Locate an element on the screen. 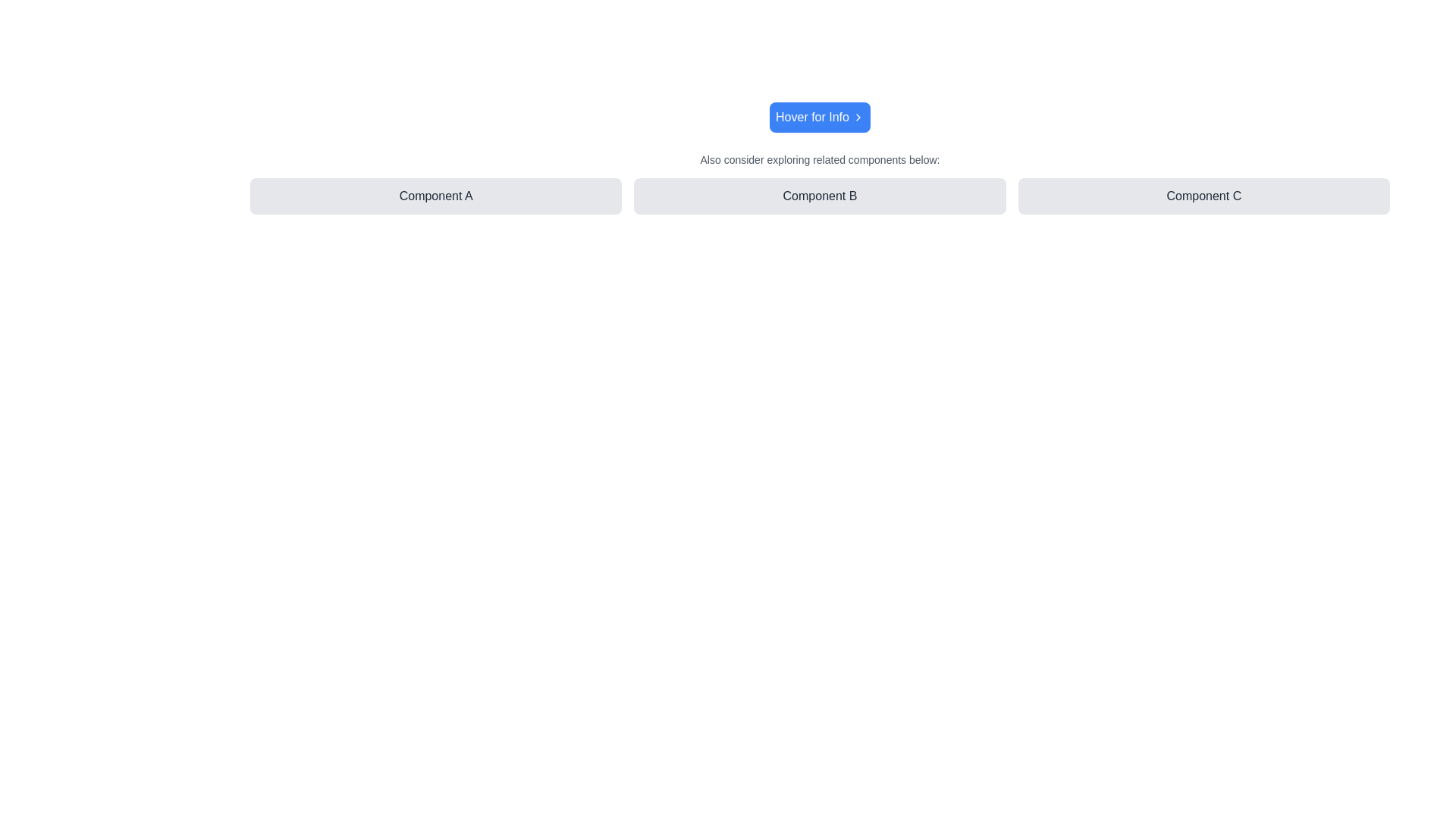 The width and height of the screenshot is (1456, 819). the non-interactive informational text label that guides users about the related components listed below, which is centered above Component A, Component B, and Component C is located at coordinates (819, 160).